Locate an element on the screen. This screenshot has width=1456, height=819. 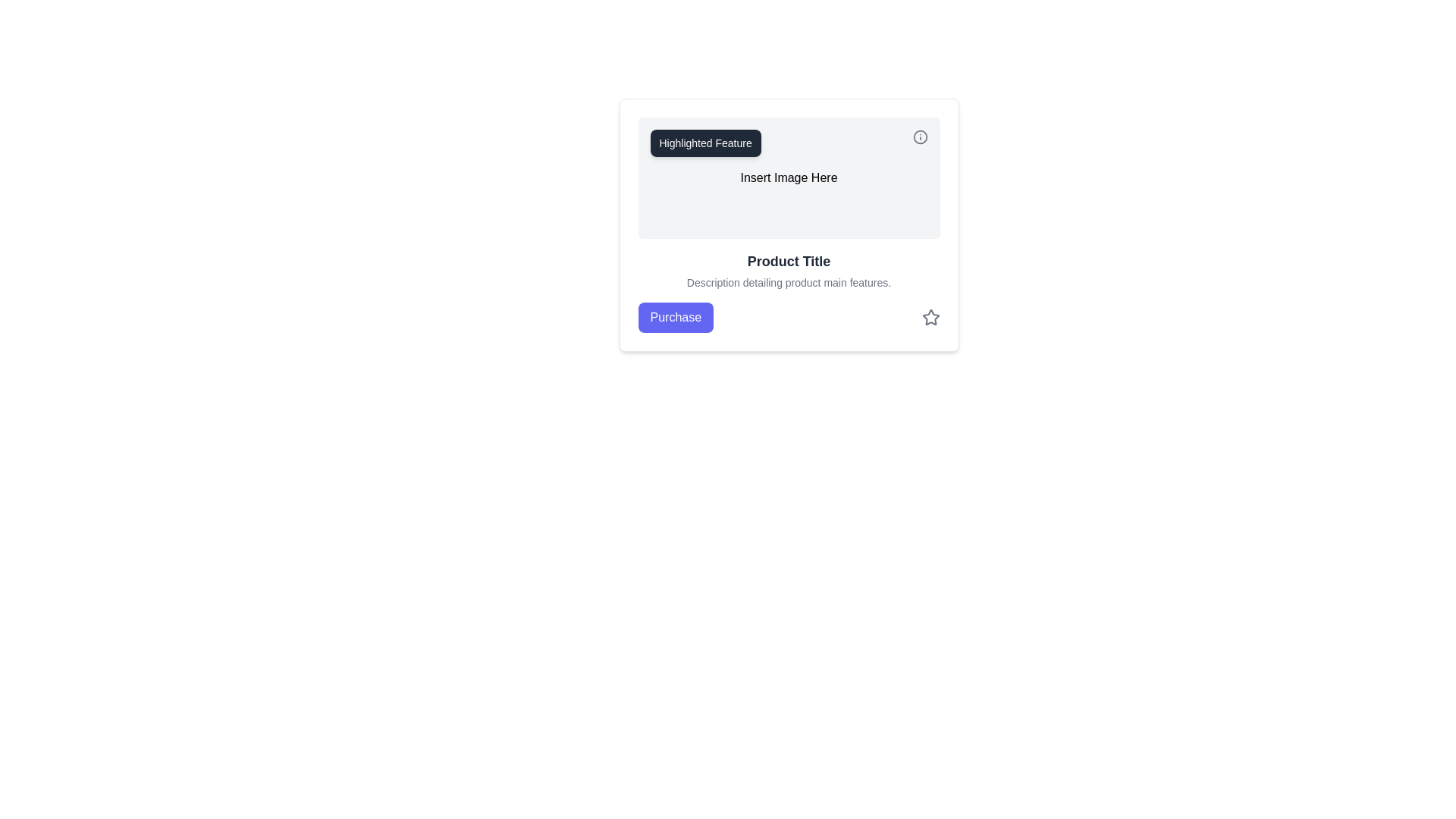
the Star icon located at the bottom-right of the card, adjacent to the 'Purchase' button, which is used for rating functionality is located at coordinates (930, 315).